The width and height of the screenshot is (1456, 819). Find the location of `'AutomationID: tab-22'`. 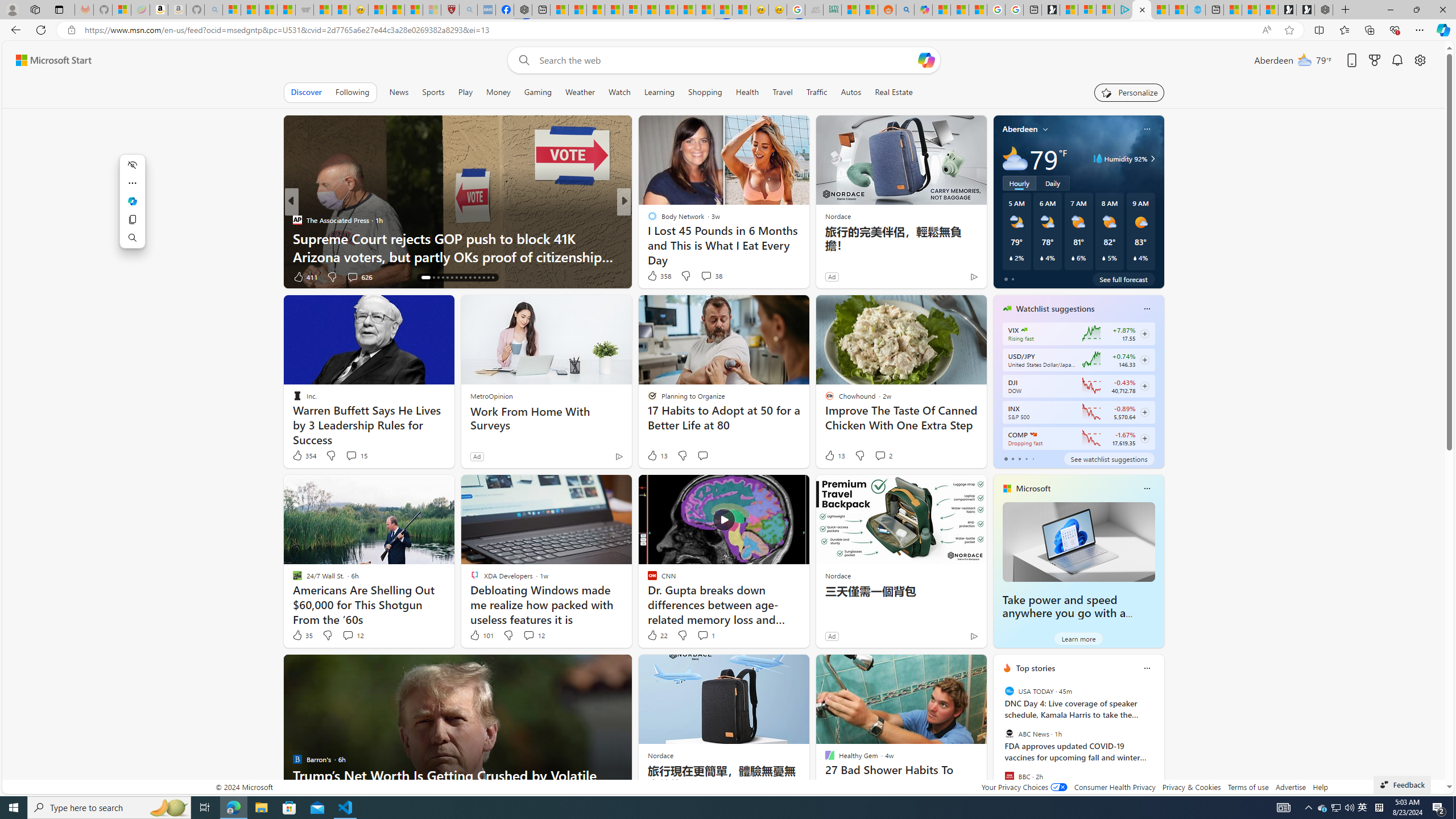

'AutomationID: tab-22' is located at coordinates (456, 277).